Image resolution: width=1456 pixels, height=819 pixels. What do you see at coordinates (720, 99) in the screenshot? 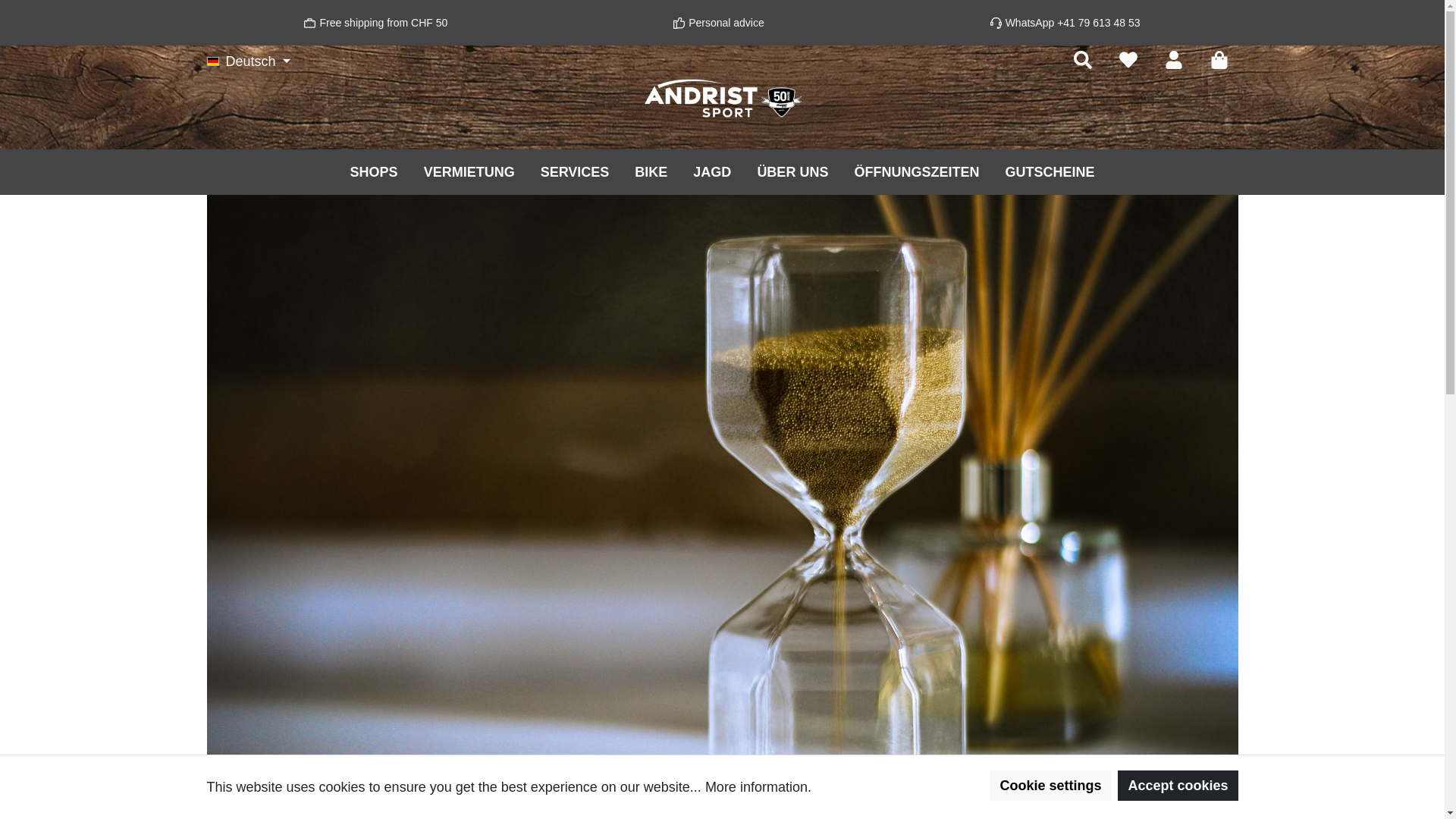
I see `'Go to homepage'` at bounding box center [720, 99].